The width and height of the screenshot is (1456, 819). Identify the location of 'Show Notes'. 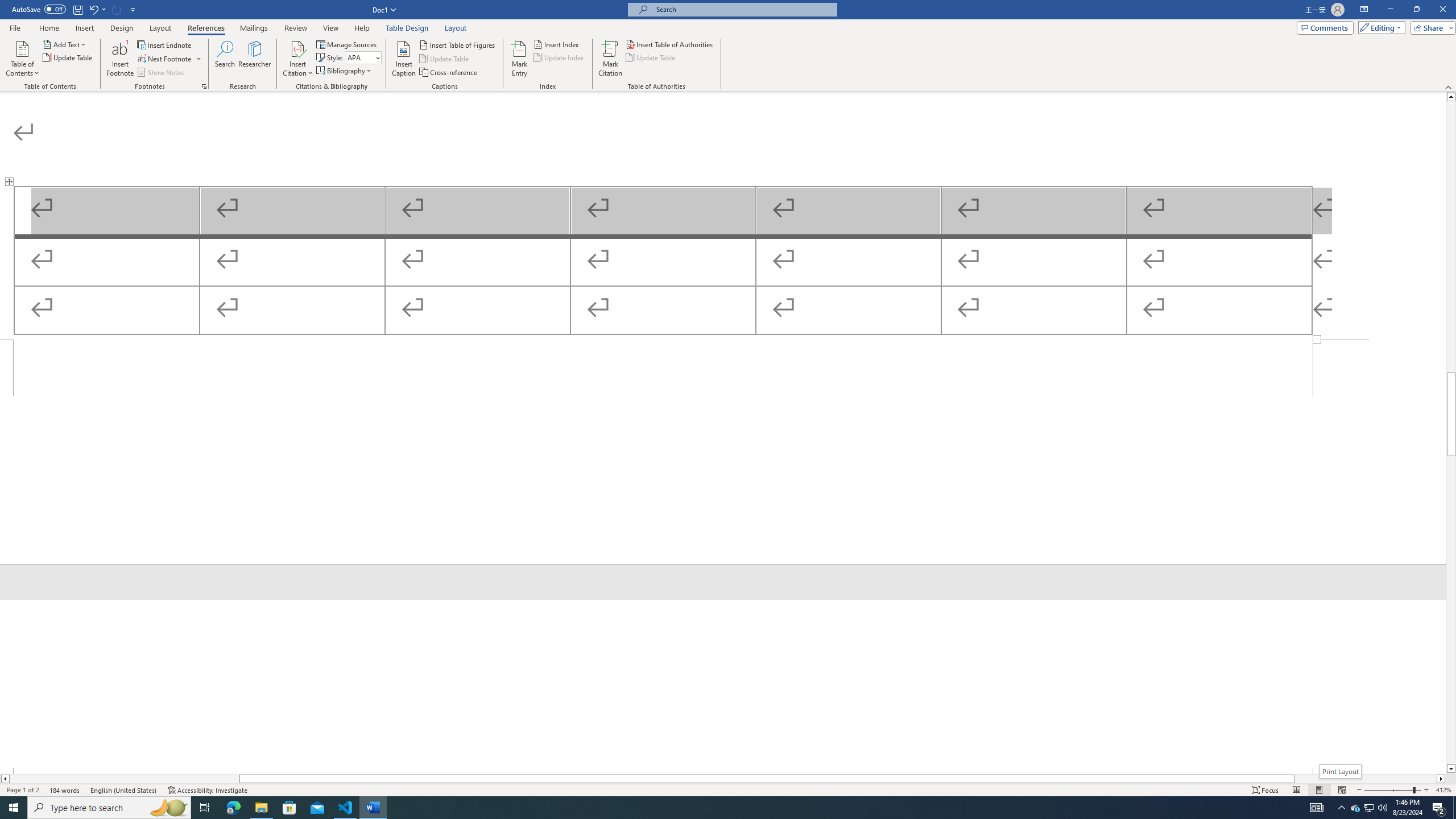
(162, 72).